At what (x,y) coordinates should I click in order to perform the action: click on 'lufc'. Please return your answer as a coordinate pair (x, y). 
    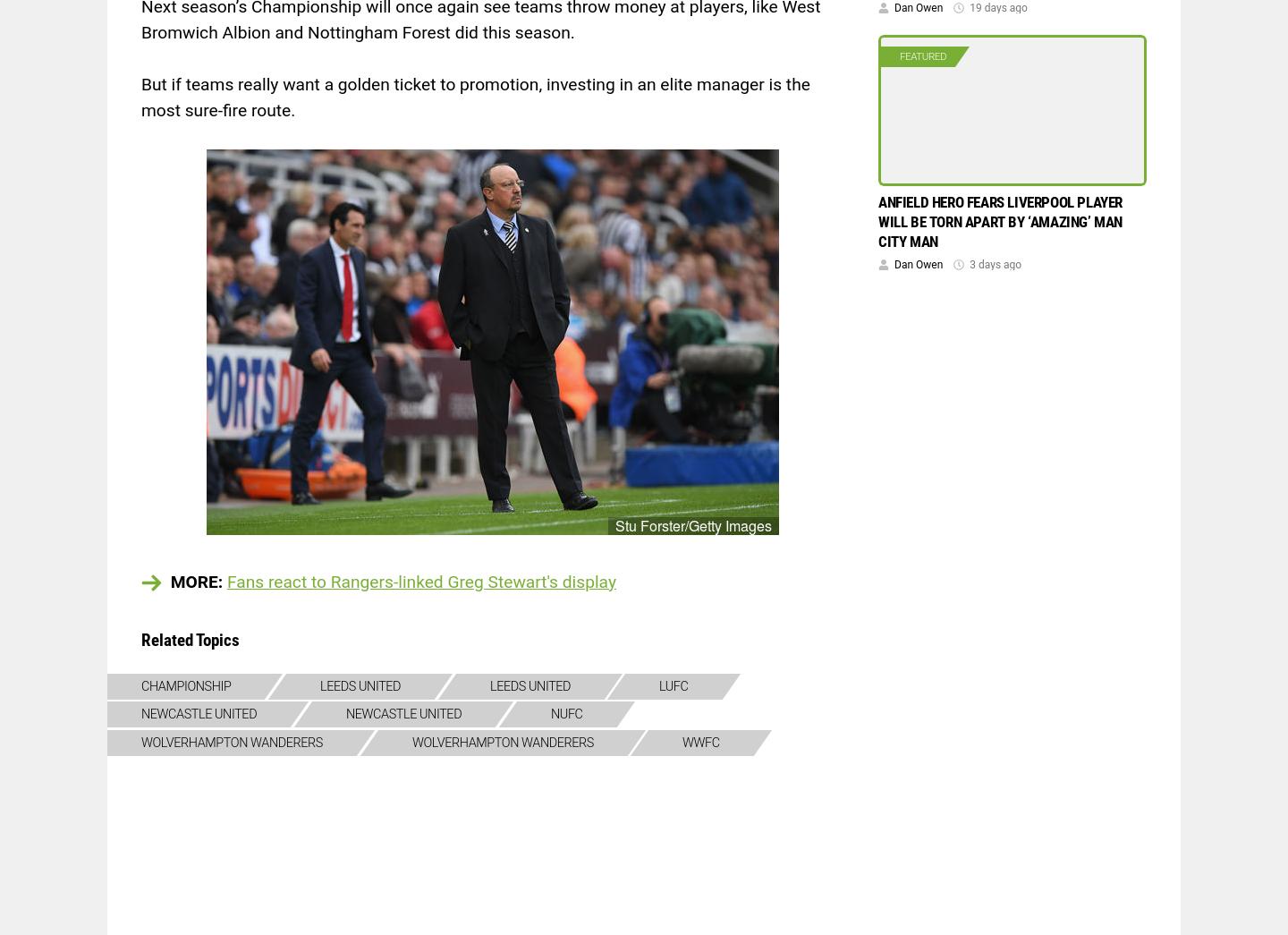
    Looking at the image, I should click on (672, 685).